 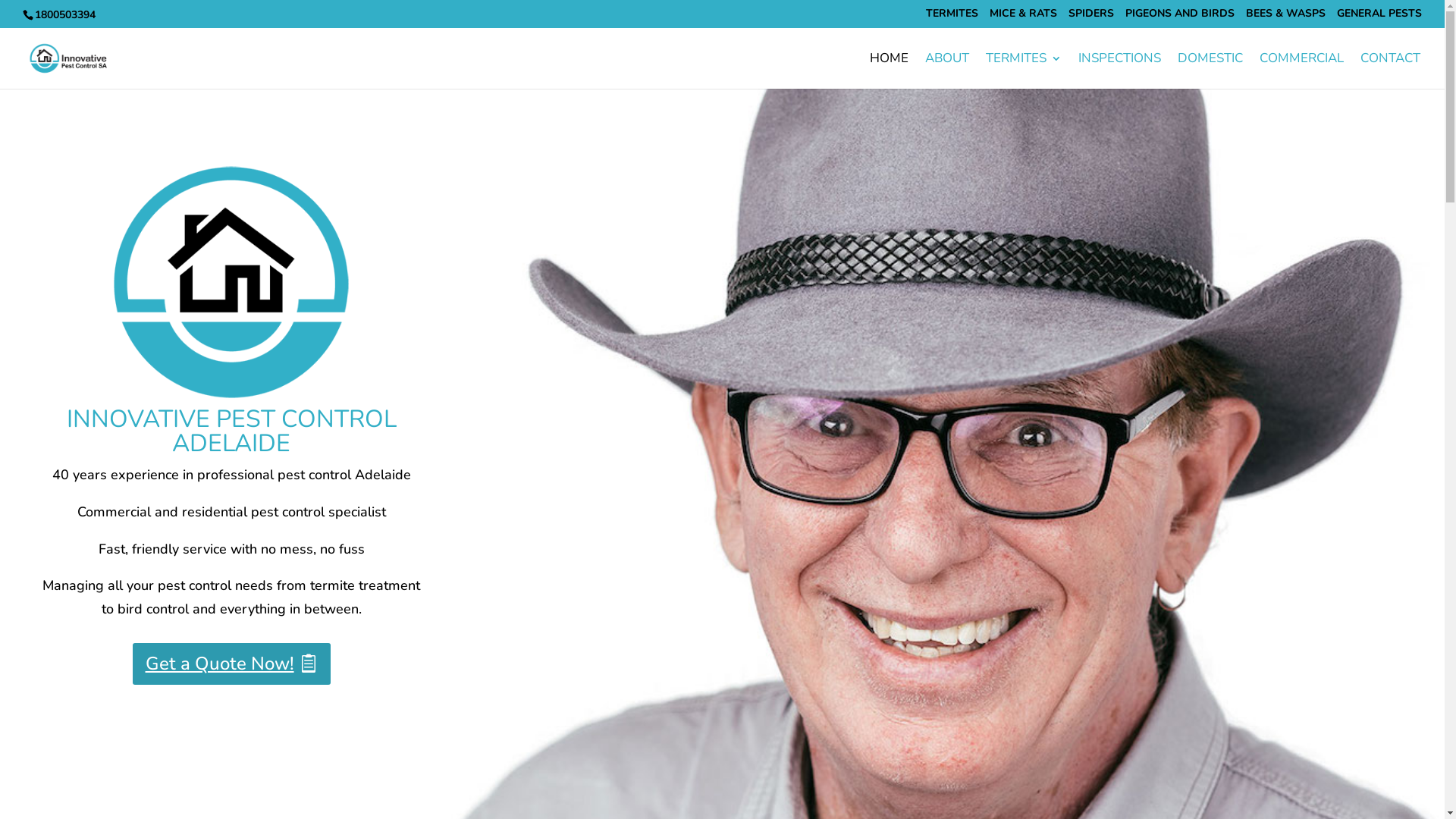 I want to click on 'MICE & RATS', so click(x=1023, y=17).